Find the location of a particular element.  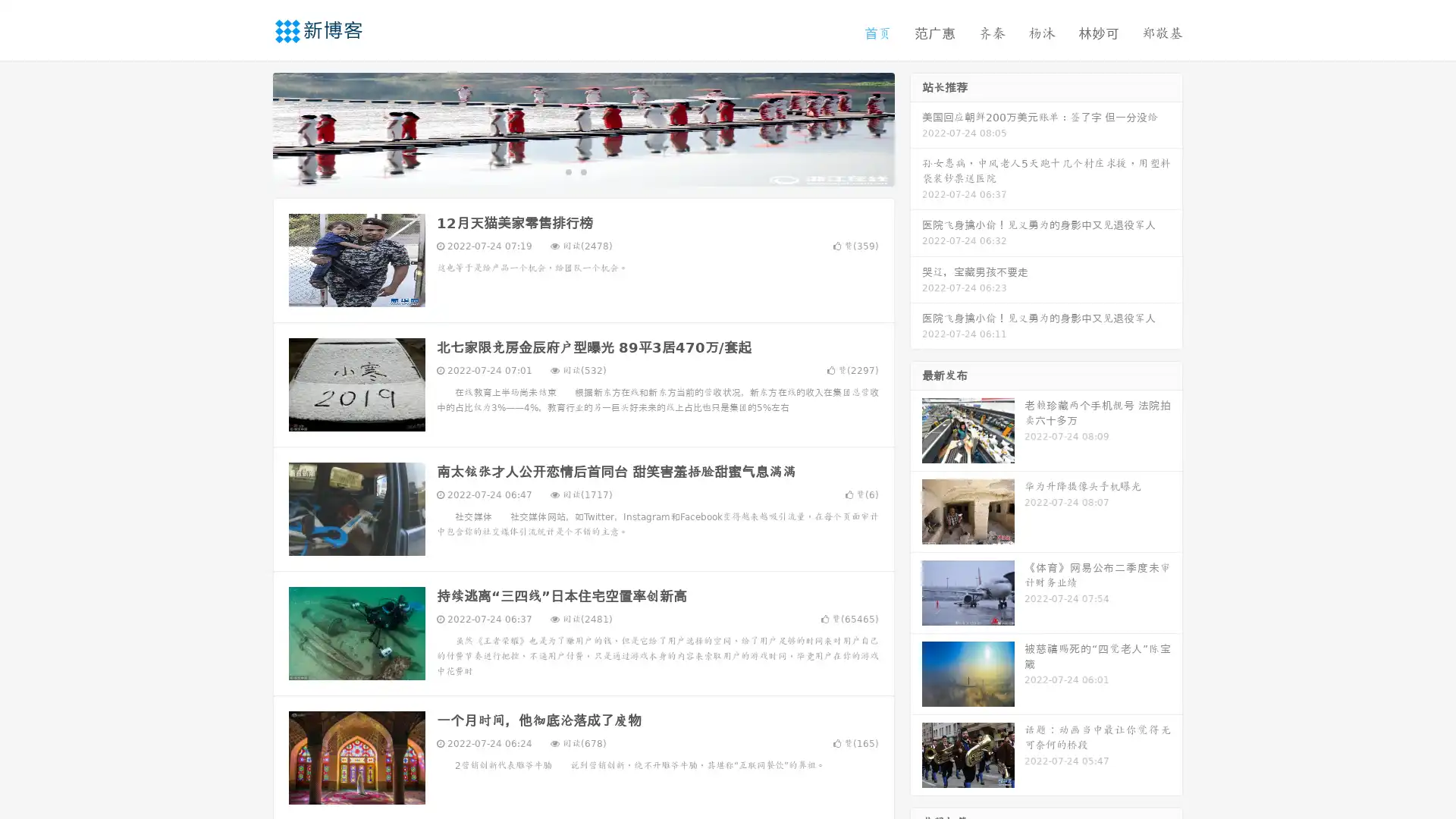

Go to slide 1 is located at coordinates (567, 171).